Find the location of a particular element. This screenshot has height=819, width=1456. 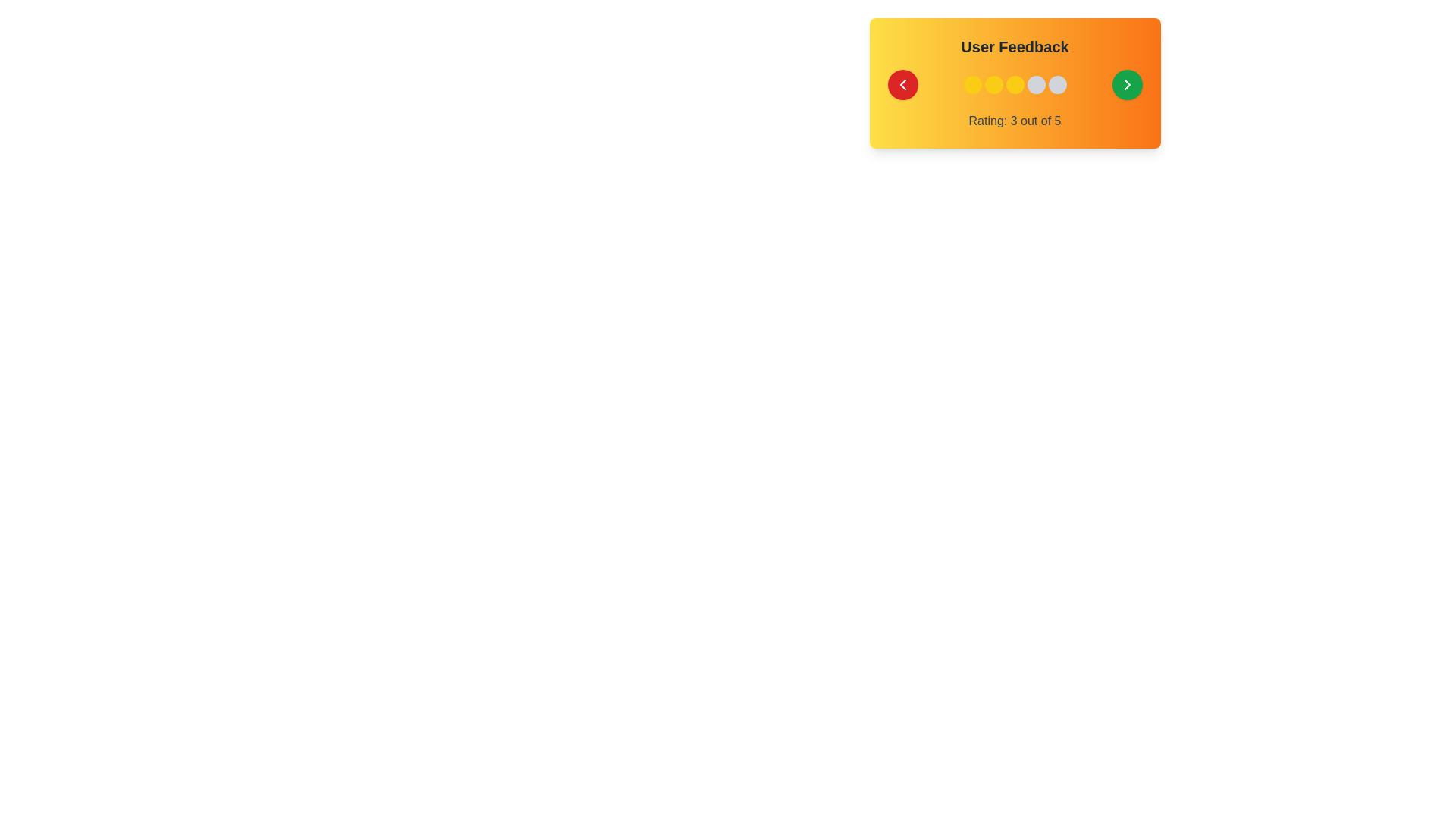

the navigation button located on the left side of the interface is located at coordinates (902, 84).